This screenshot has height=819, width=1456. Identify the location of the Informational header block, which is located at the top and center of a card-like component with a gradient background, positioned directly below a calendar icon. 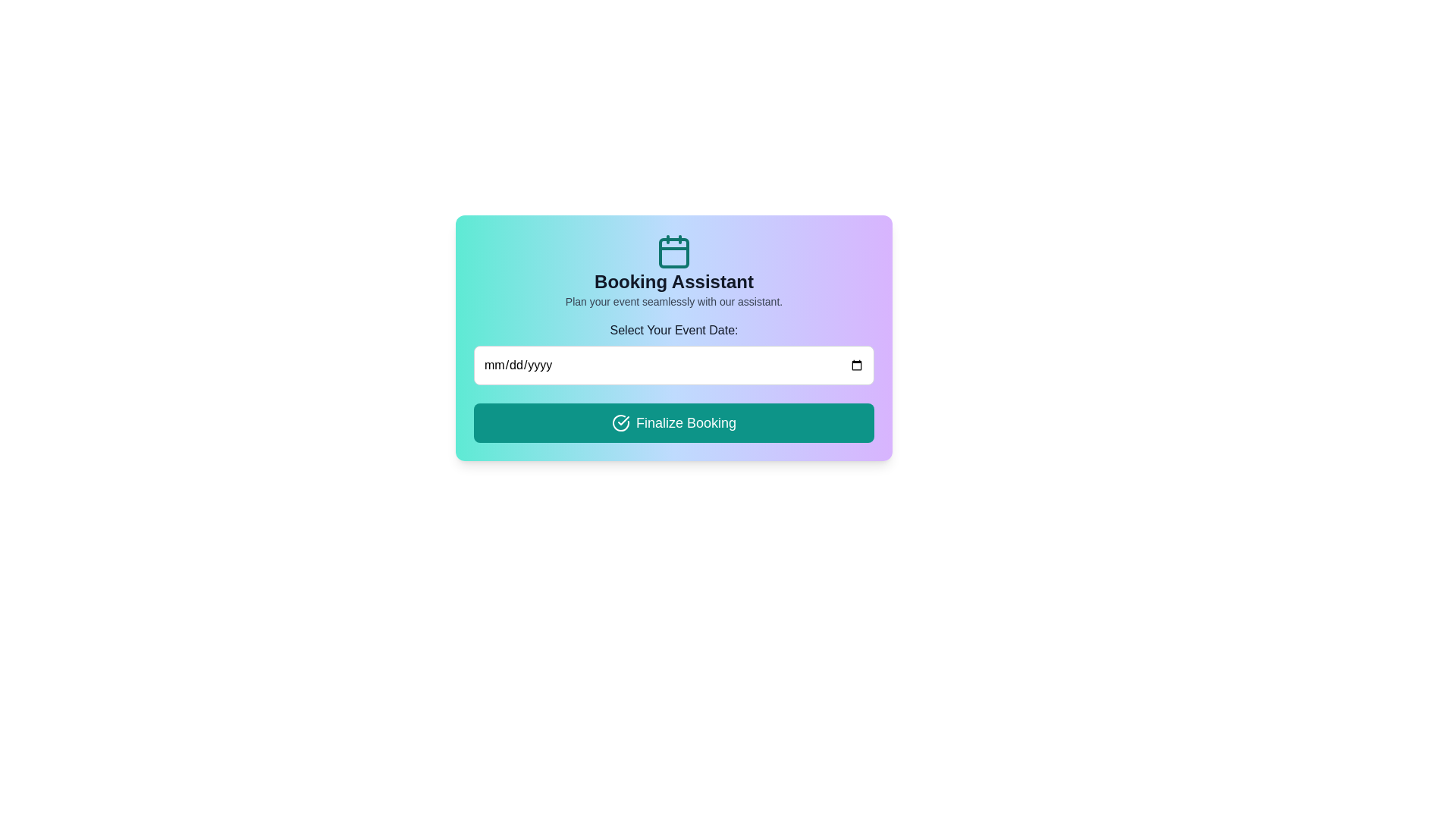
(673, 271).